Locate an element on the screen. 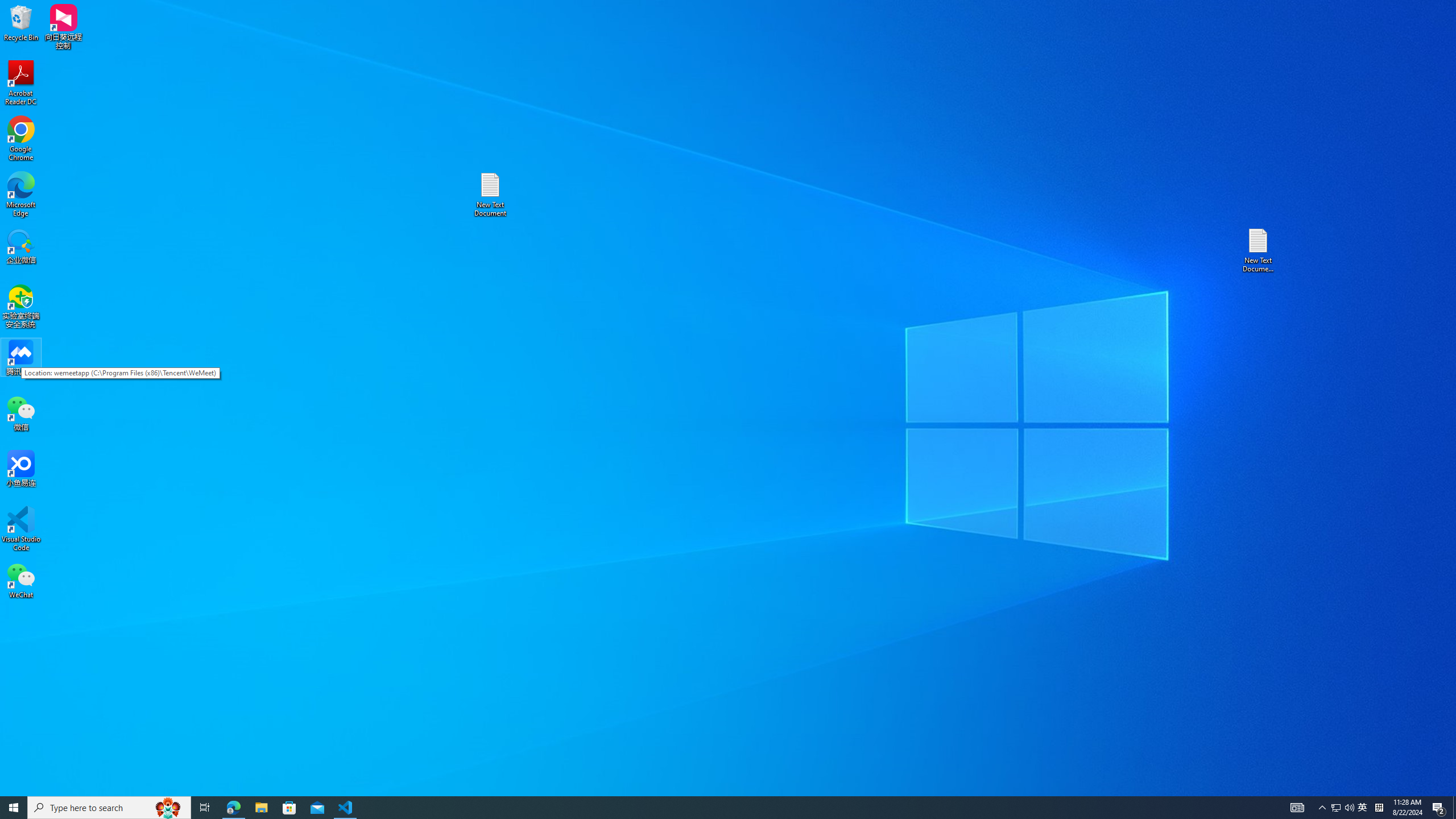  'Action Center, 2 new notifications' is located at coordinates (1439, 806).